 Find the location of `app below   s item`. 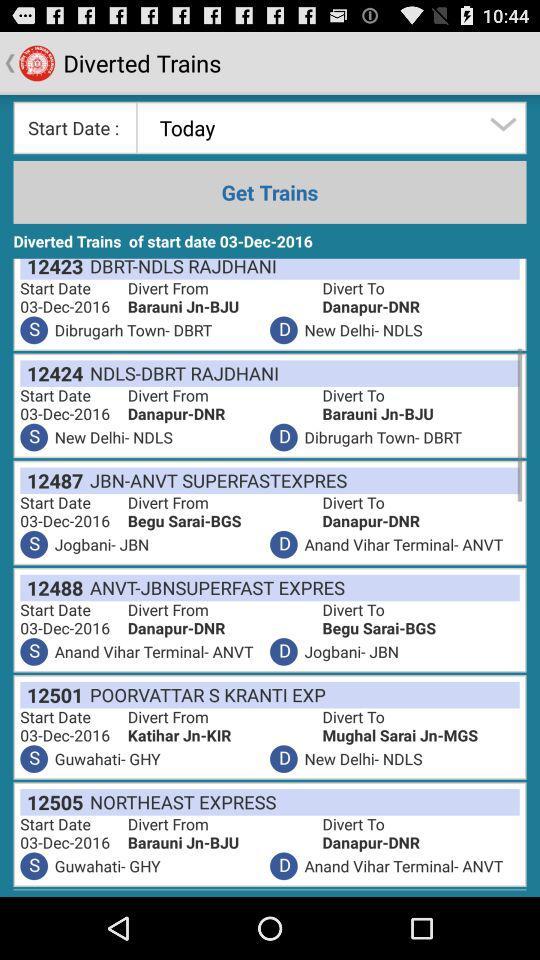

app below   s item is located at coordinates (51, 372).